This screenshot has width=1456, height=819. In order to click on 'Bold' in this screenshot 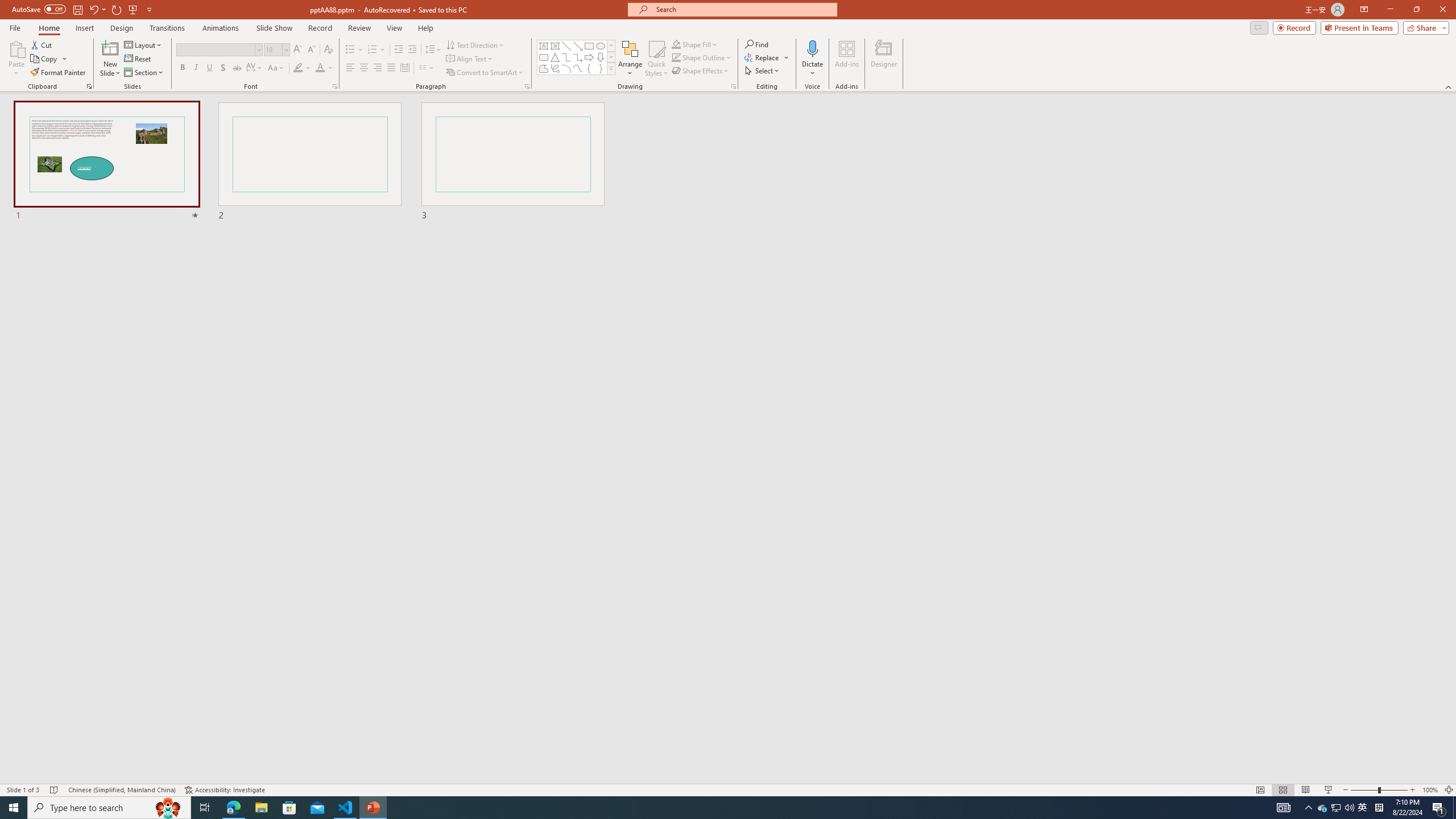, I will do `click(183, 67)`.